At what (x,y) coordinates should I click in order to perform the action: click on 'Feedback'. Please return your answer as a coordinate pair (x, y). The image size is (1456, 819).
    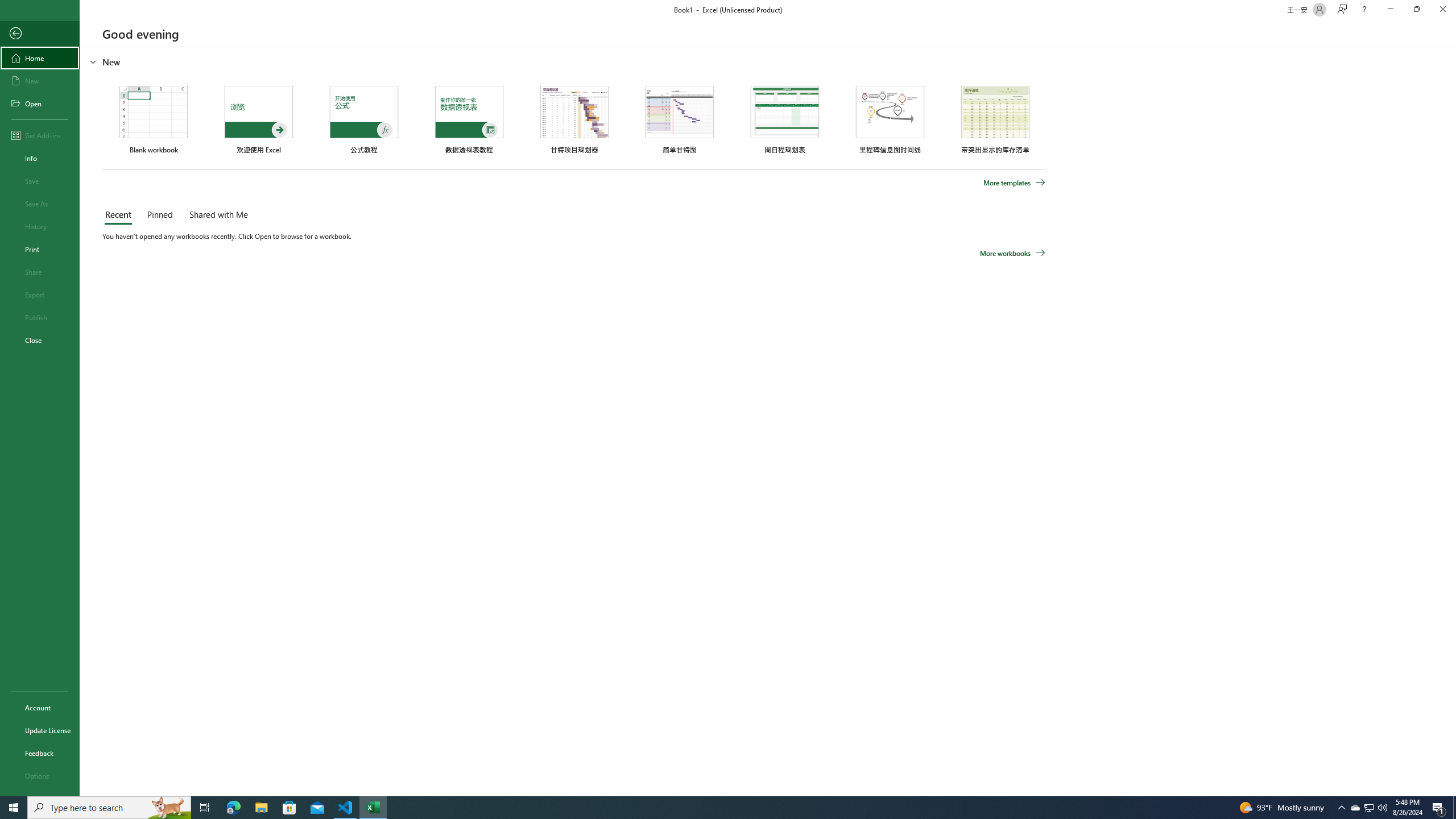
    Looking at the image, I should click on (39, 753).